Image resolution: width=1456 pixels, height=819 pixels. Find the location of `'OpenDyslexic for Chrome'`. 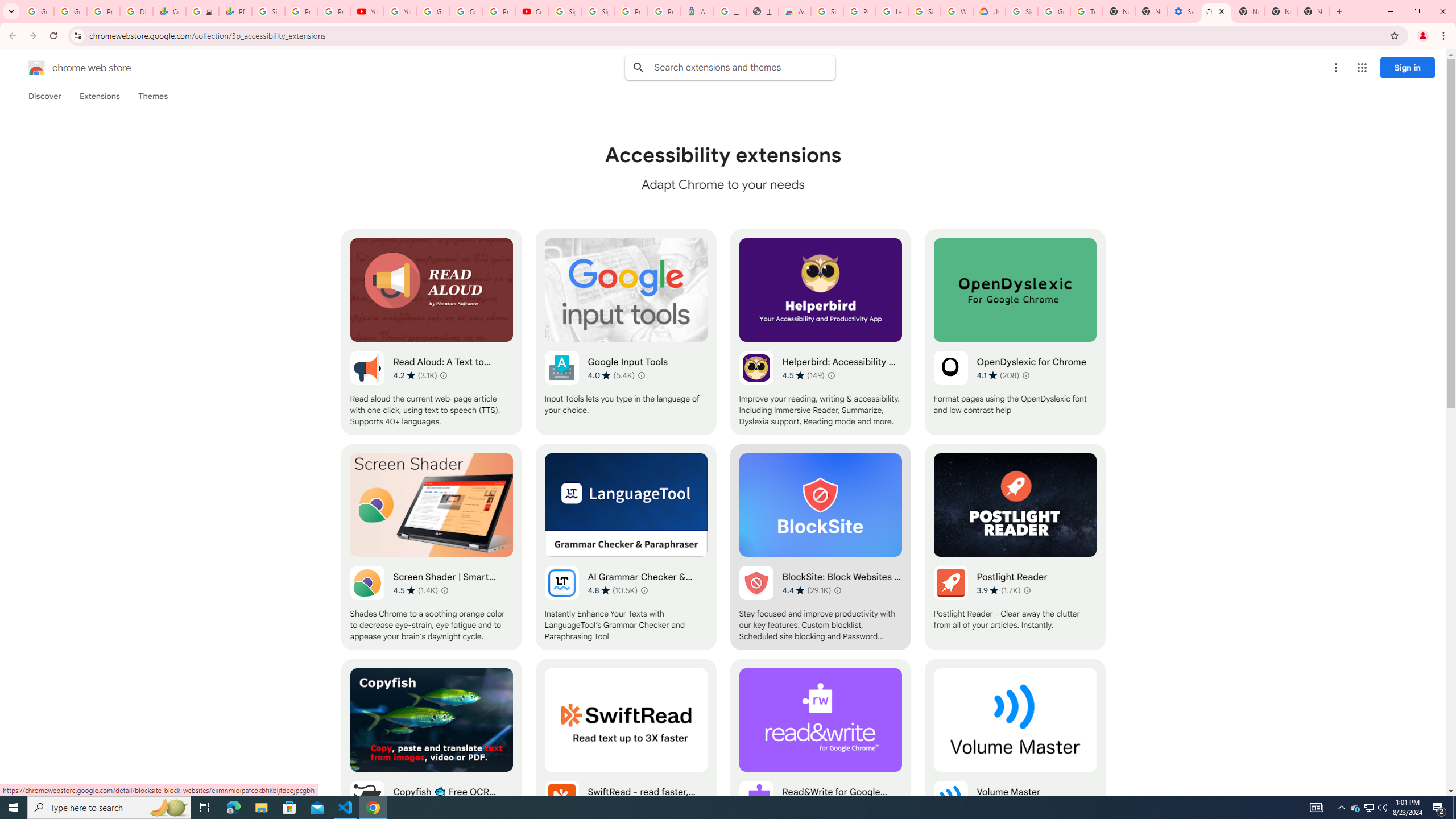

'OpenDyslexic for Chrome' is located at coordinates (1015, 331).